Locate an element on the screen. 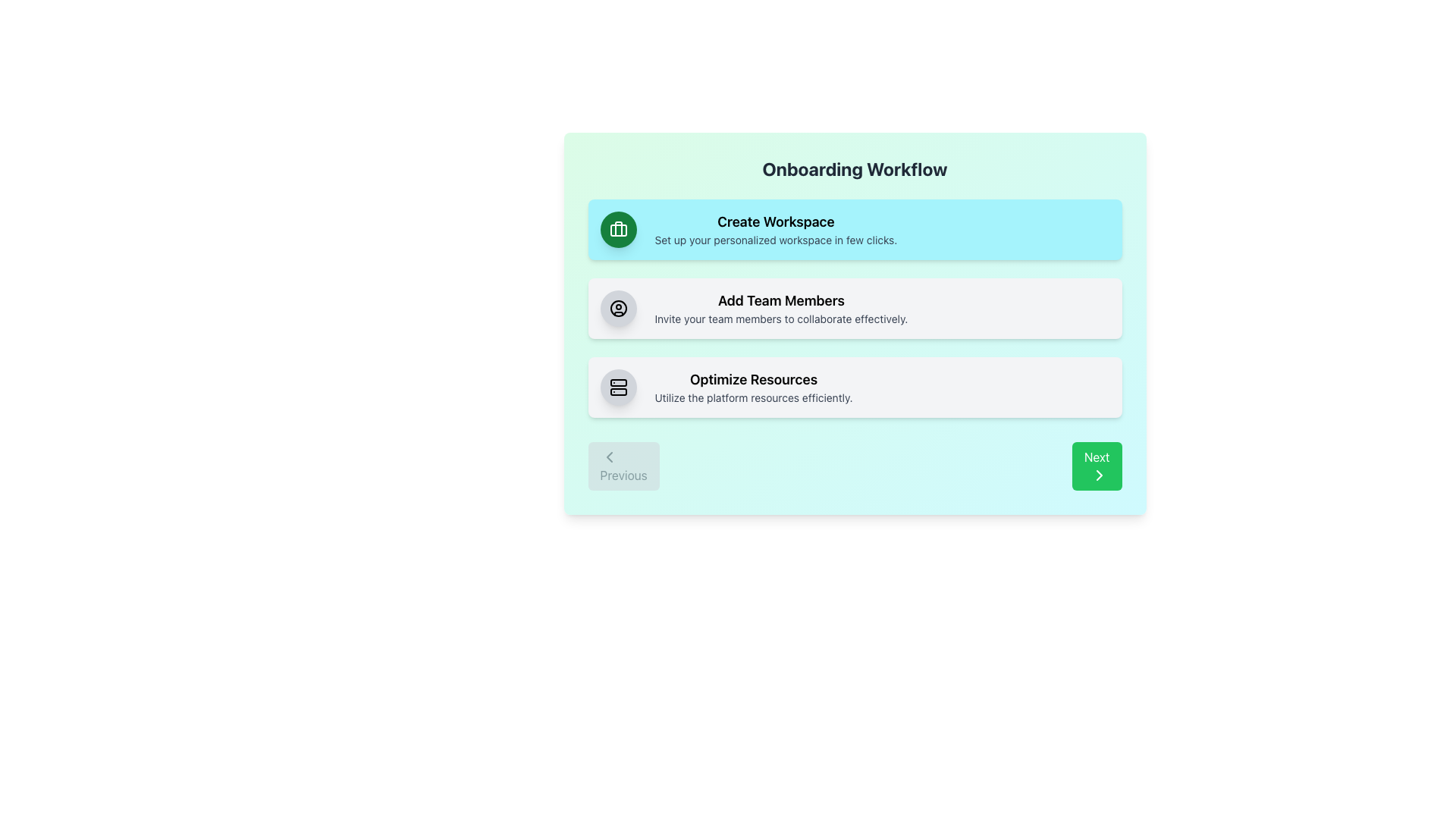 The width and height of the screenshot is (1456, 819). the text block titled 'Create Workspace' that contains the subtitle 'Set up your personalized workspace in few clicks.' on a cyan background is located at coordinates (776, 230).